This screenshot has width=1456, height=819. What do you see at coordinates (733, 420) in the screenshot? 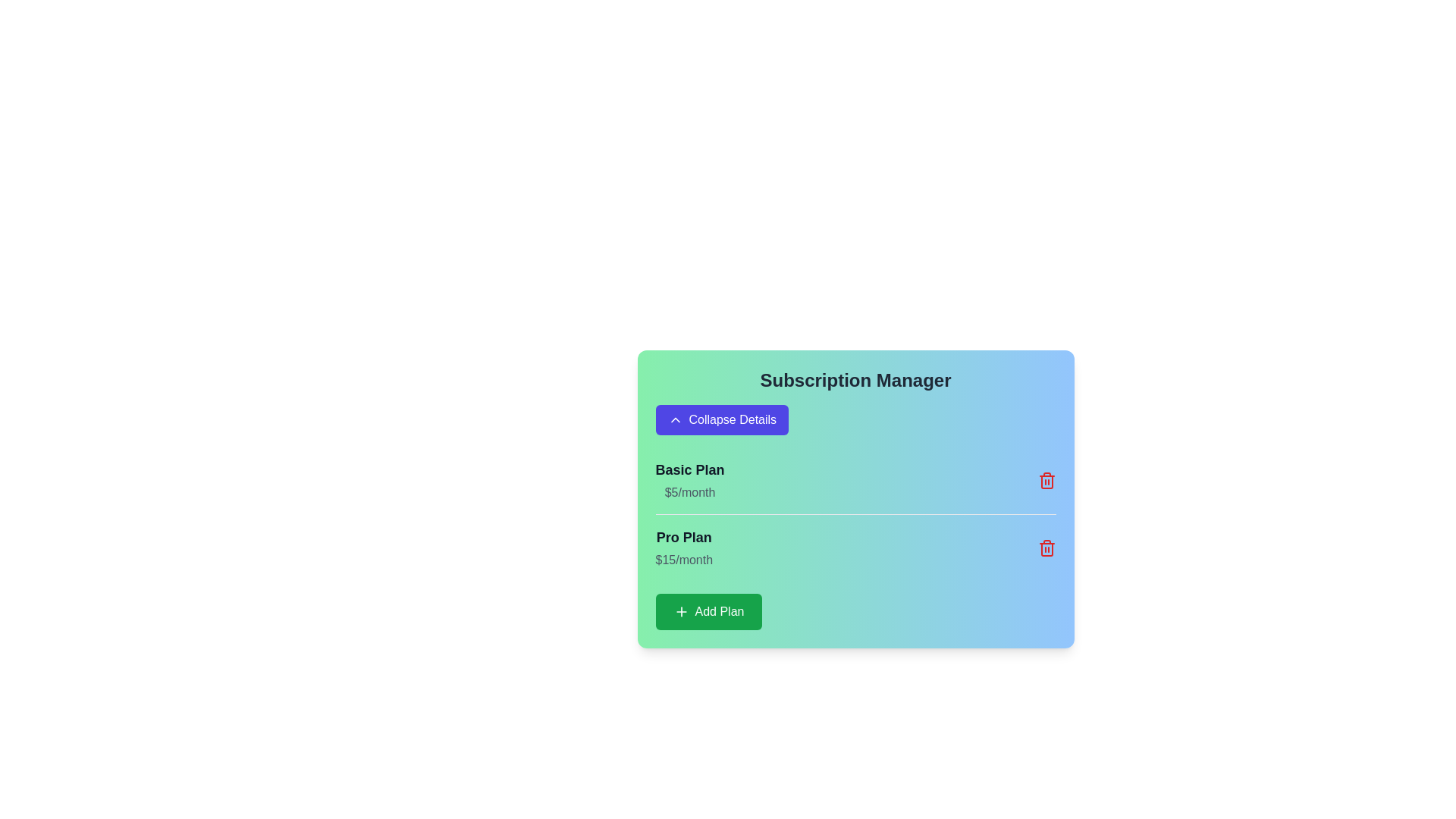
I see `text from the label within the button that collapses or hides additional details in the 'Subscription Manager' card, located at the top section header` at bounding box center [733, 420].